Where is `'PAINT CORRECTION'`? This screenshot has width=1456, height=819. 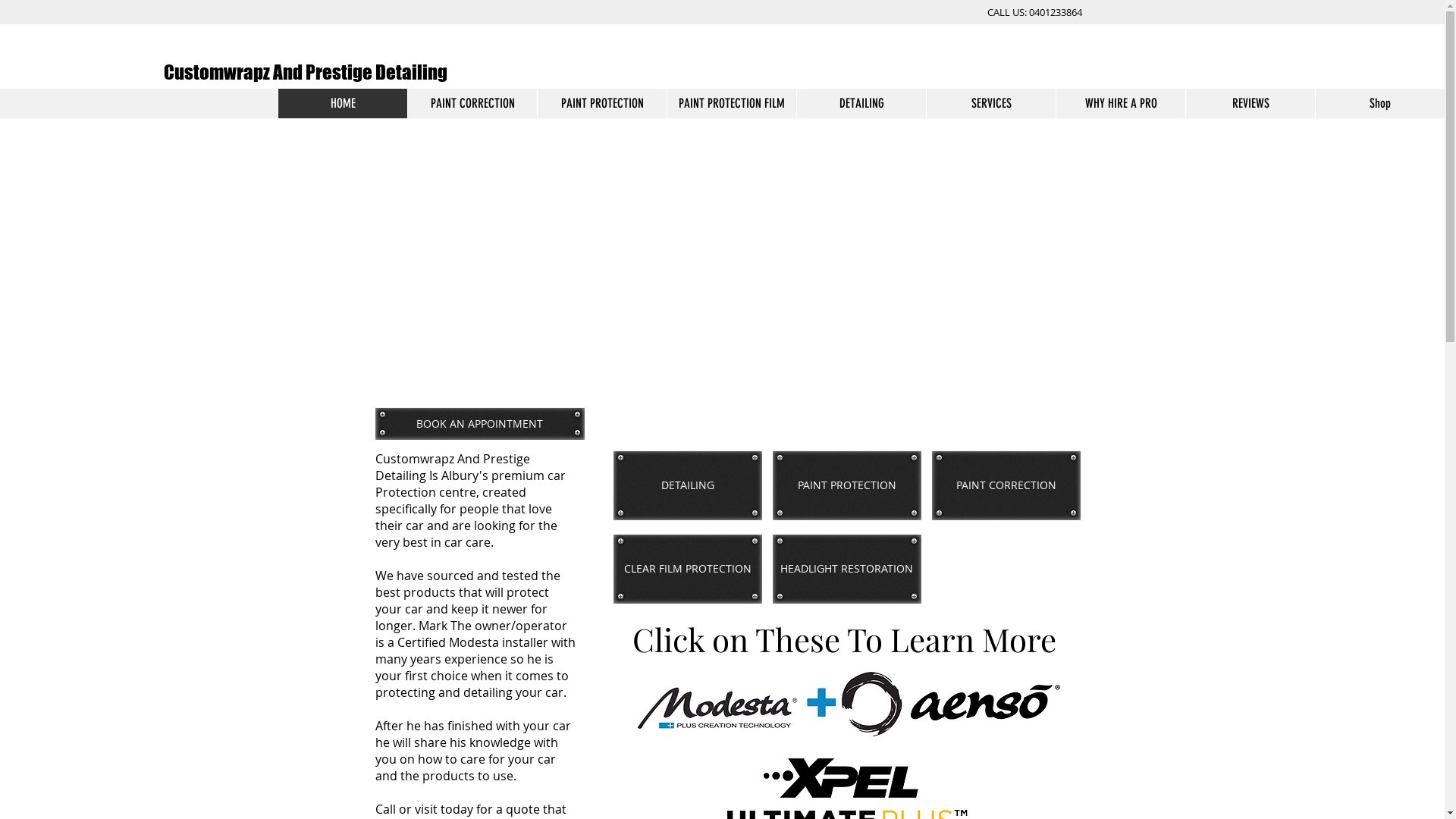 'PAINT CORRECTION' is located at coordinates (1005, 485).